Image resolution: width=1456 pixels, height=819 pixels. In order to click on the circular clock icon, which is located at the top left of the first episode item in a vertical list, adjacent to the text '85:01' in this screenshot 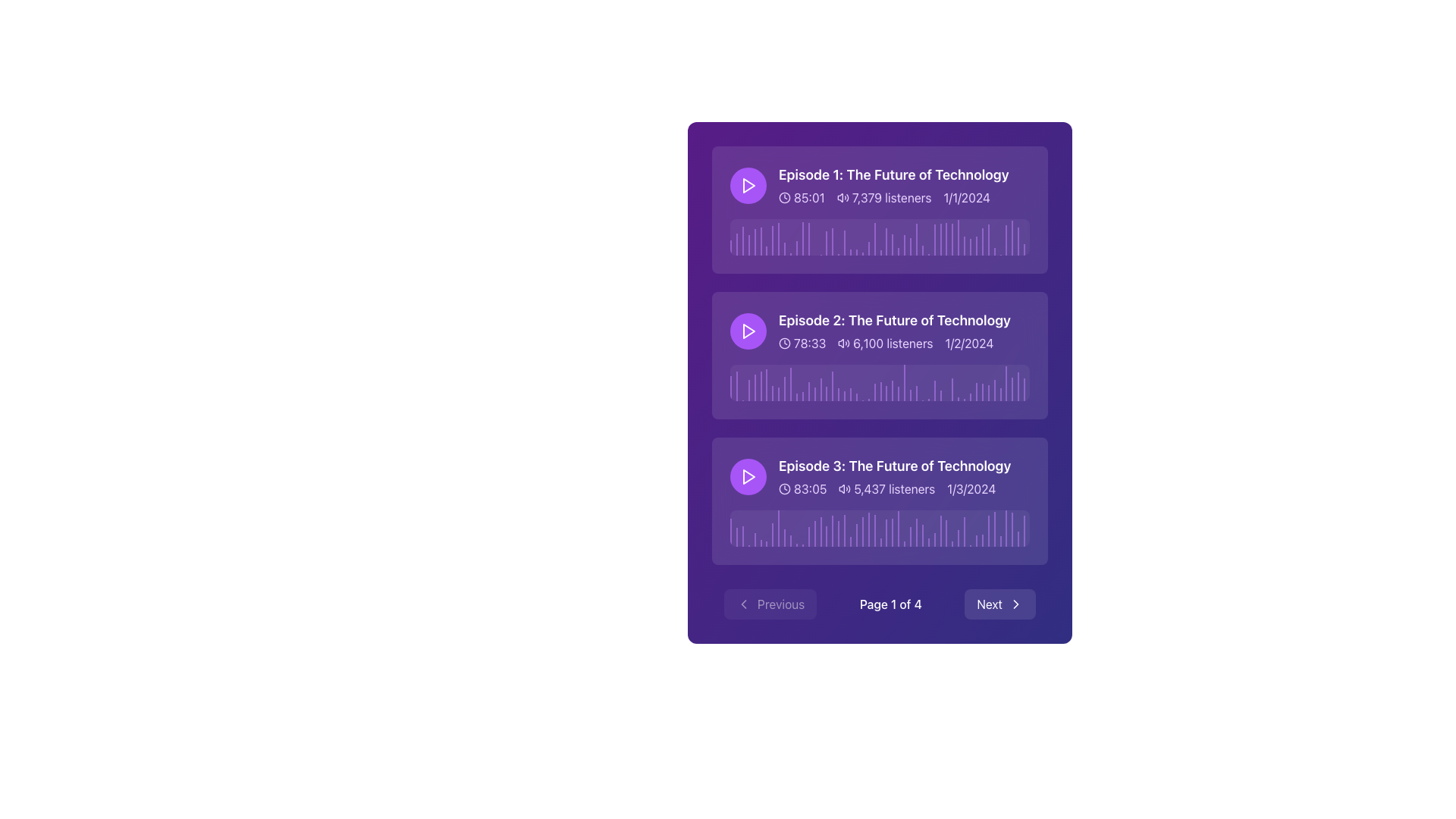, I will do `click(785, 197)`.